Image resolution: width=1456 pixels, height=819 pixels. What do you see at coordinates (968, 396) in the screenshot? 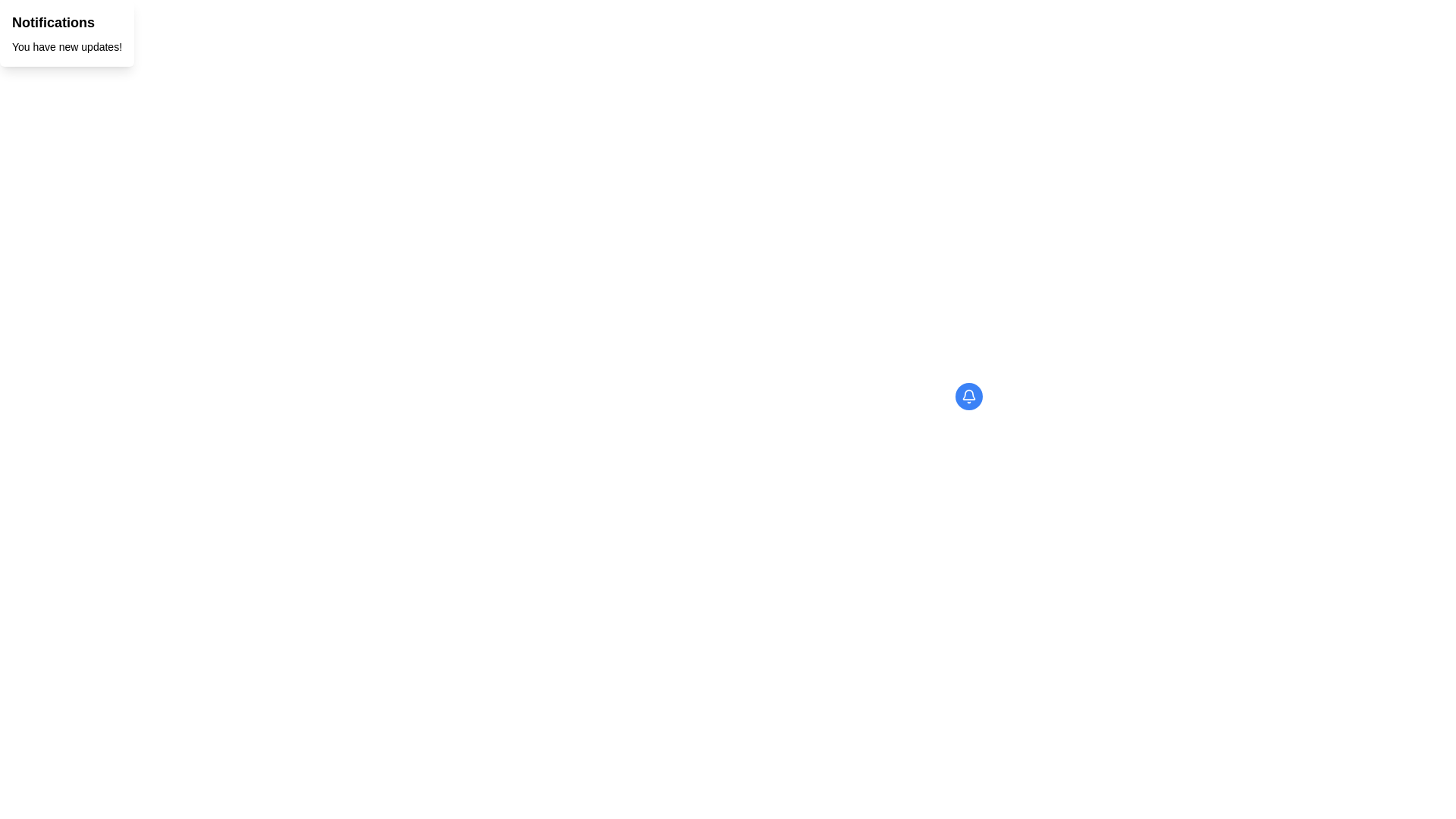
I see `the bell button located near the center of the interface` at bounding box center [968, 396].